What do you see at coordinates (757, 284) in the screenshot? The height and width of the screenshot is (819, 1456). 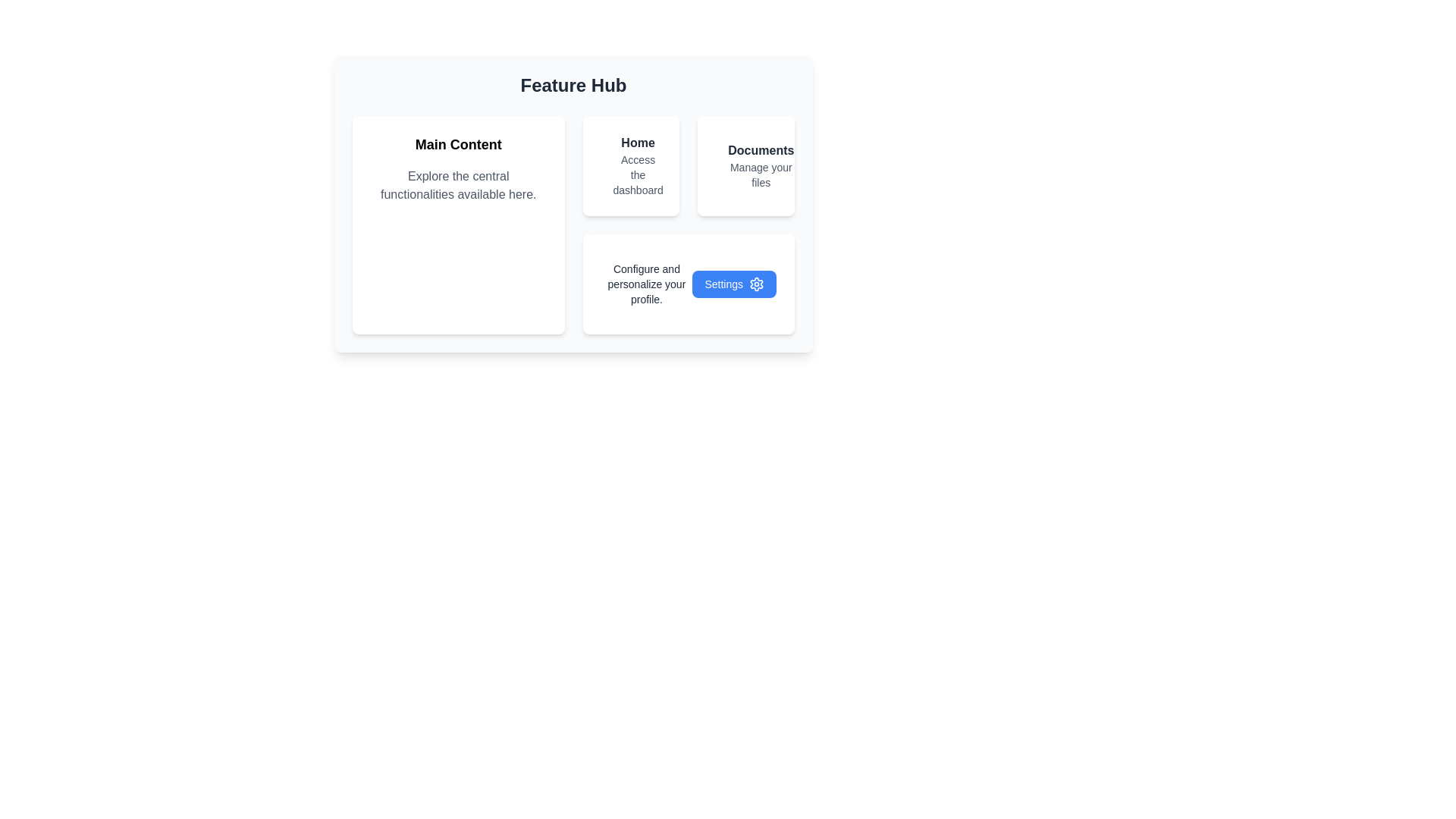 I see `the Vector graphic component of the 'Settings' icon located in the bottom-right card of the feature hub section` at bounding box center [757, 284].